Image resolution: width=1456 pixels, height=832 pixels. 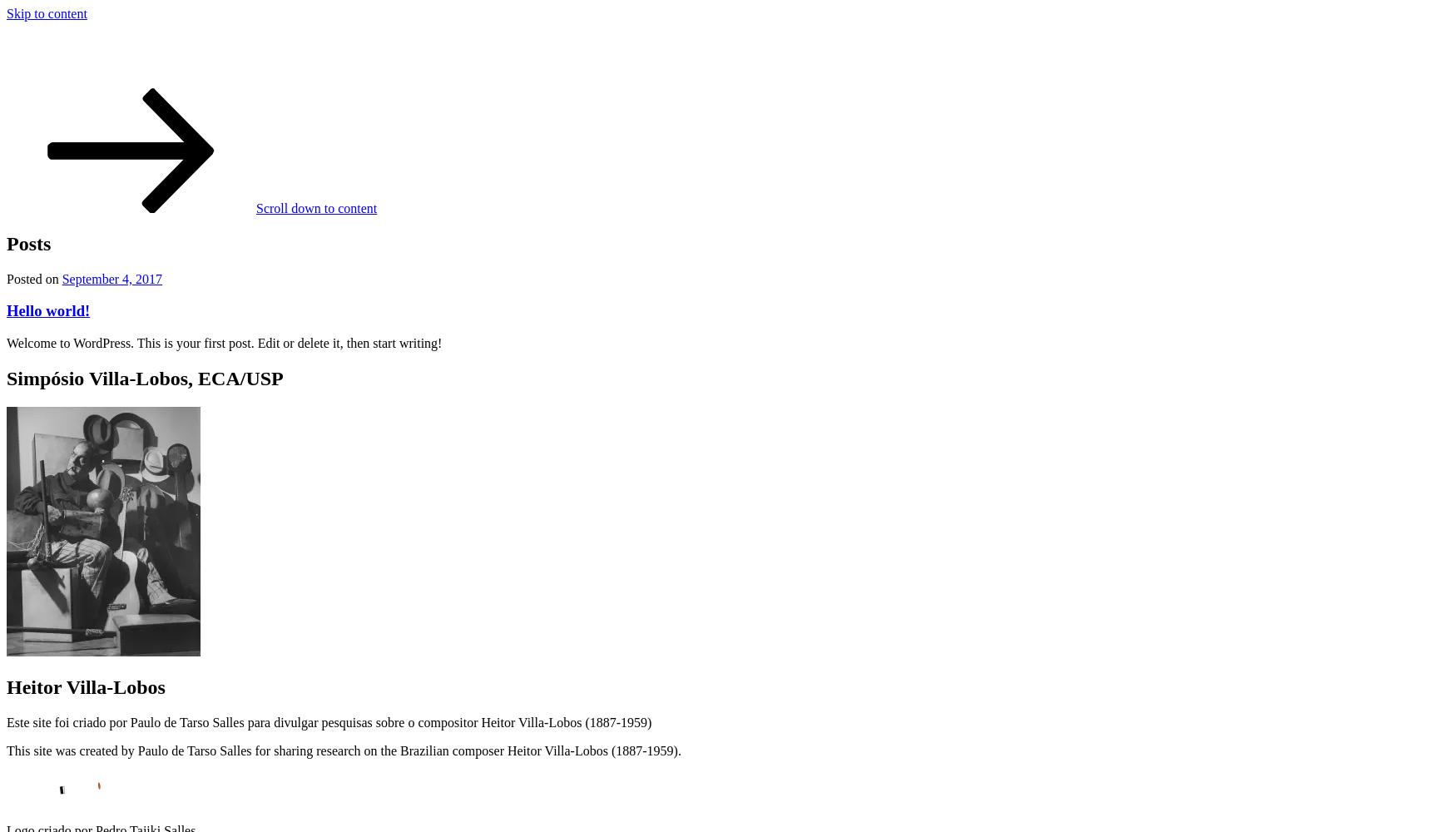 What do you see at coordinates (255, 206) in the screenshot?
I see `'Scroll down to content'` at bounding box center [255, 206].